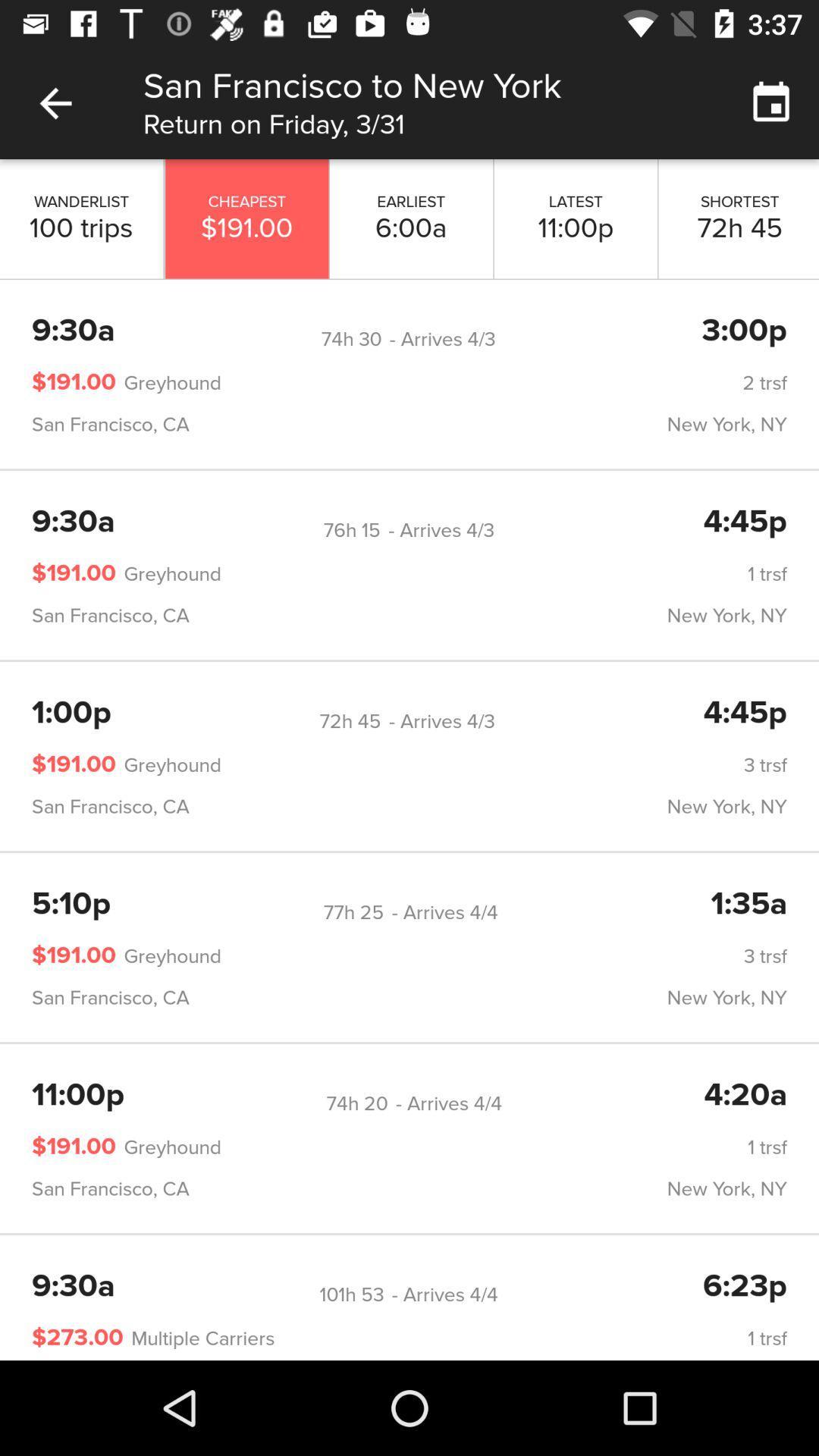 This screenshot has width=819, height=1456. Describe the element at coordinates (352, 530) in the screenshot. I see `the icon to the right of the 9:30a item` at that location.